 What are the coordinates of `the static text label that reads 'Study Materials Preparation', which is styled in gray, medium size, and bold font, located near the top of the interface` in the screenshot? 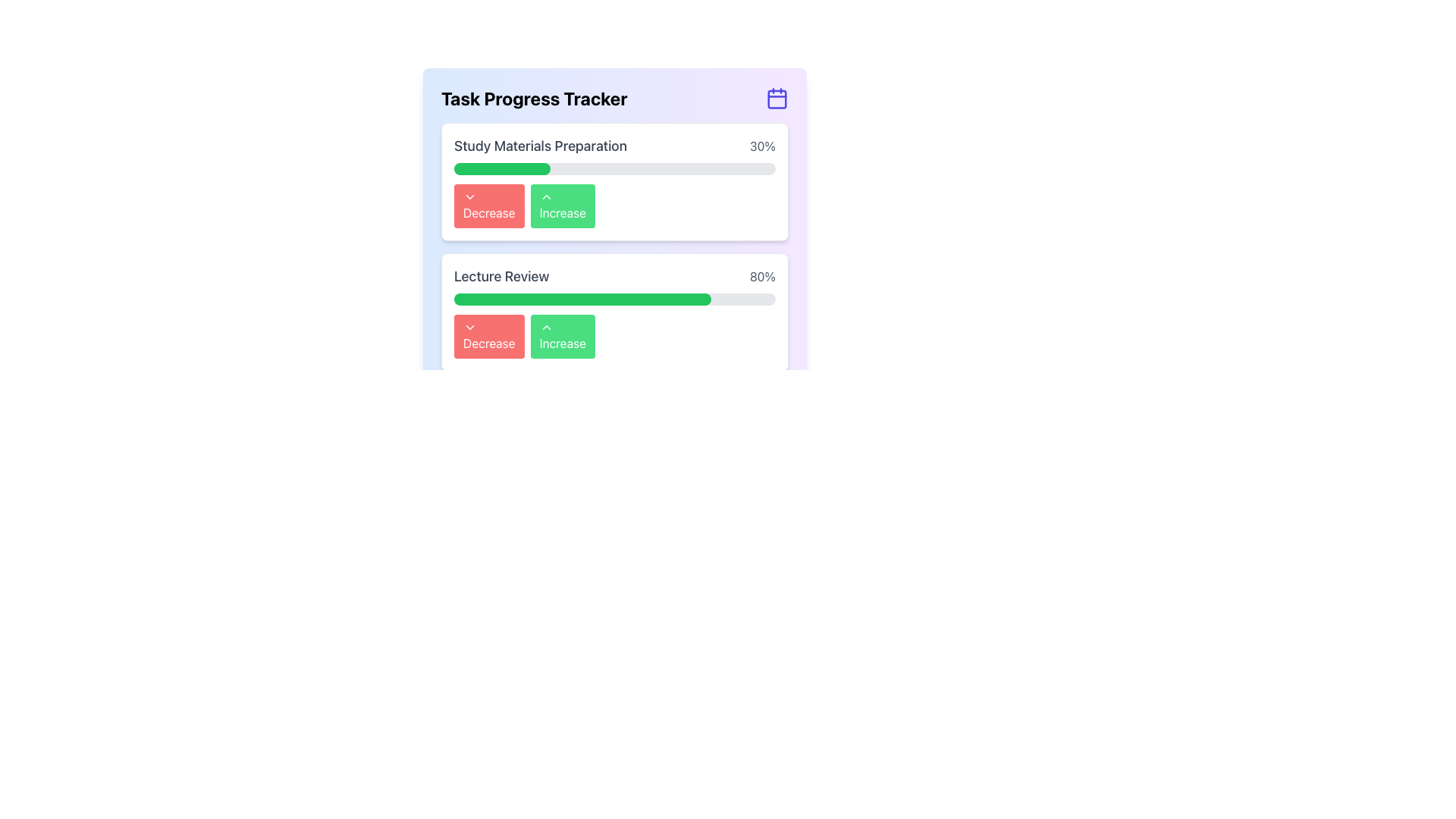 It's located at (540, 146).